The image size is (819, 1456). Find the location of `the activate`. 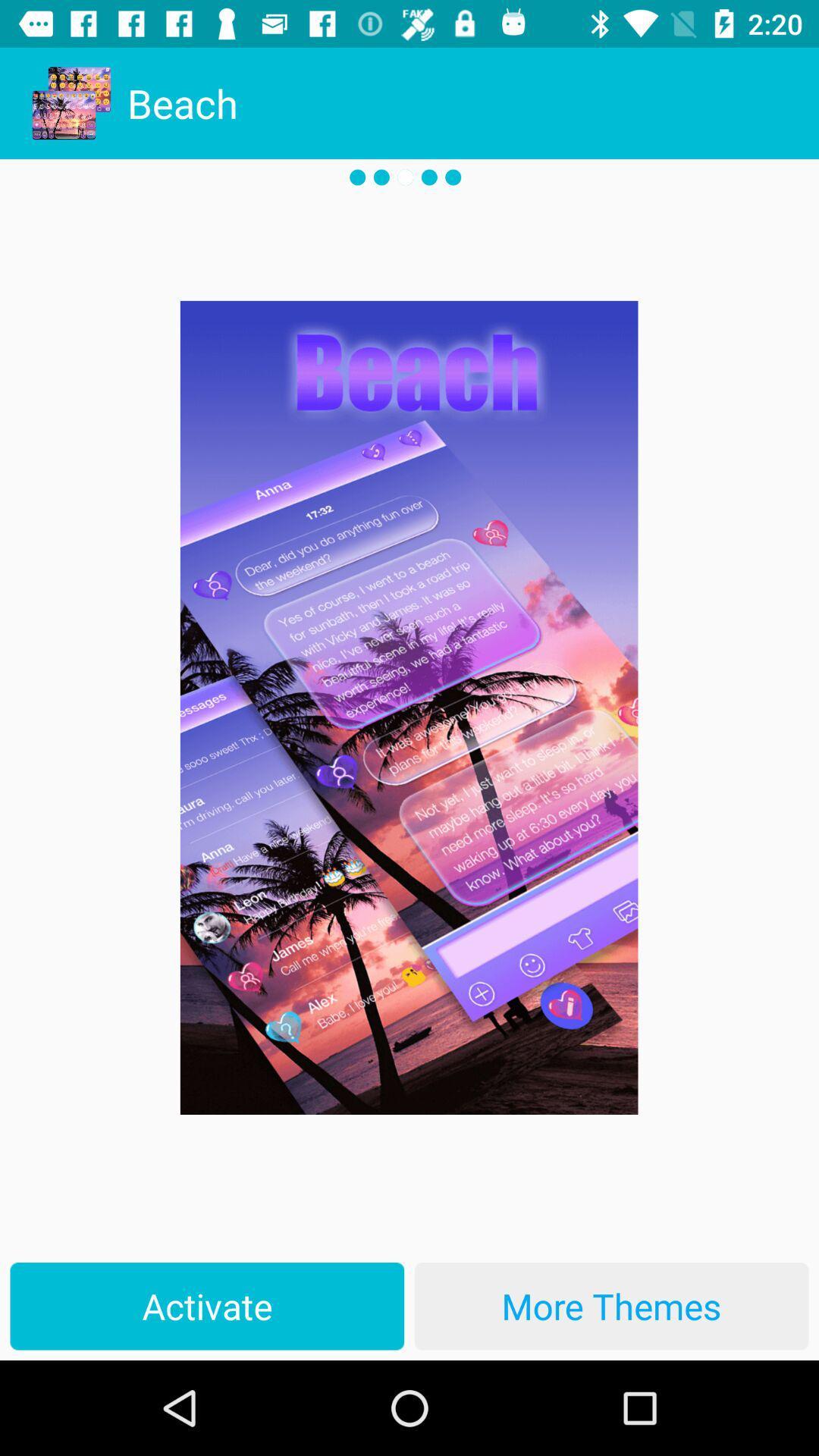

the activate is located at coordinates (207, 1305).